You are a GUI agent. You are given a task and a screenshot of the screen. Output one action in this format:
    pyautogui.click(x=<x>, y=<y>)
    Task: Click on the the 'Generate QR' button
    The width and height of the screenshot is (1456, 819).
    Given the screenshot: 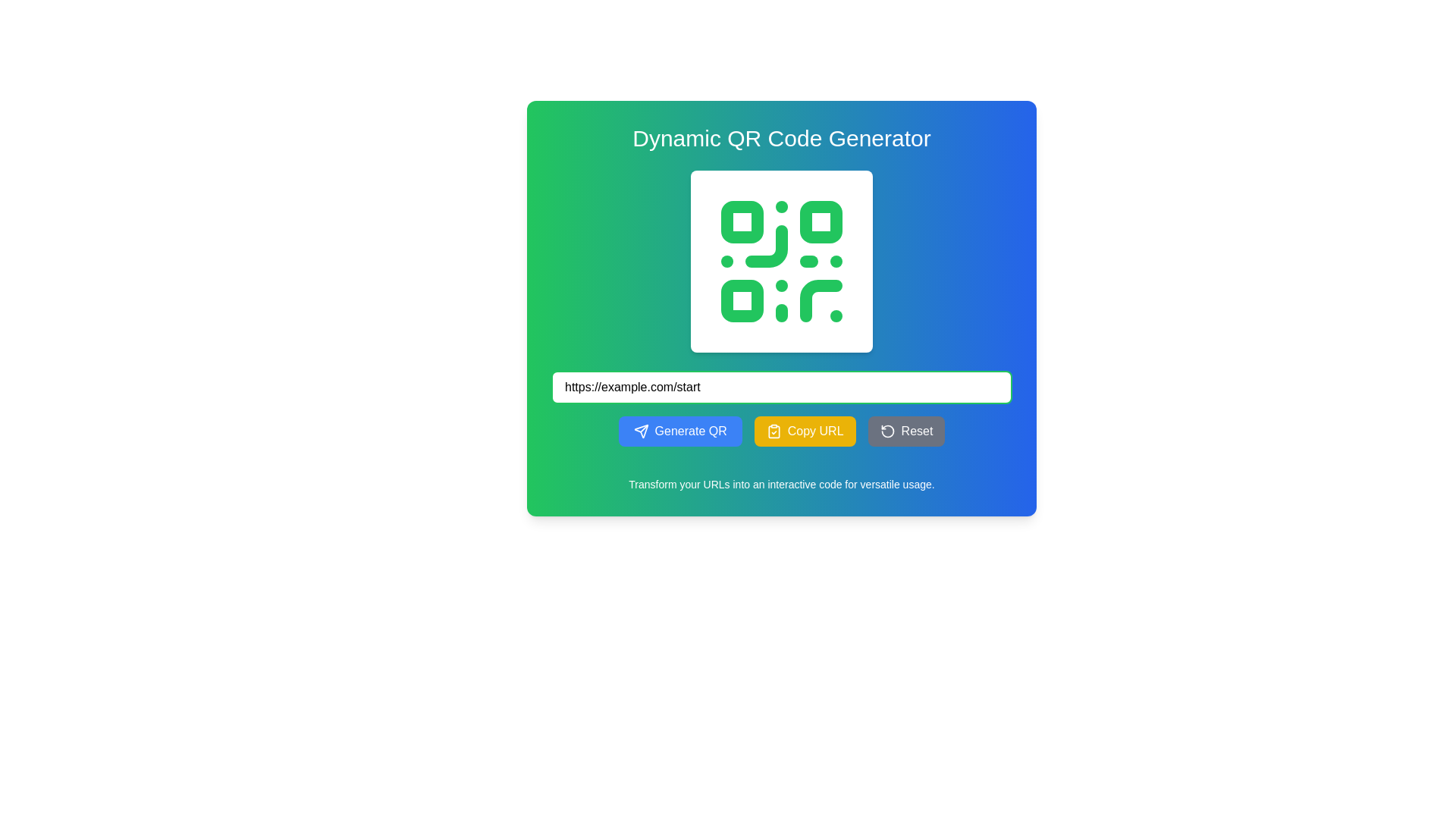 What is the action you would take?
    pyautogui.click(x=641, y=431)
    